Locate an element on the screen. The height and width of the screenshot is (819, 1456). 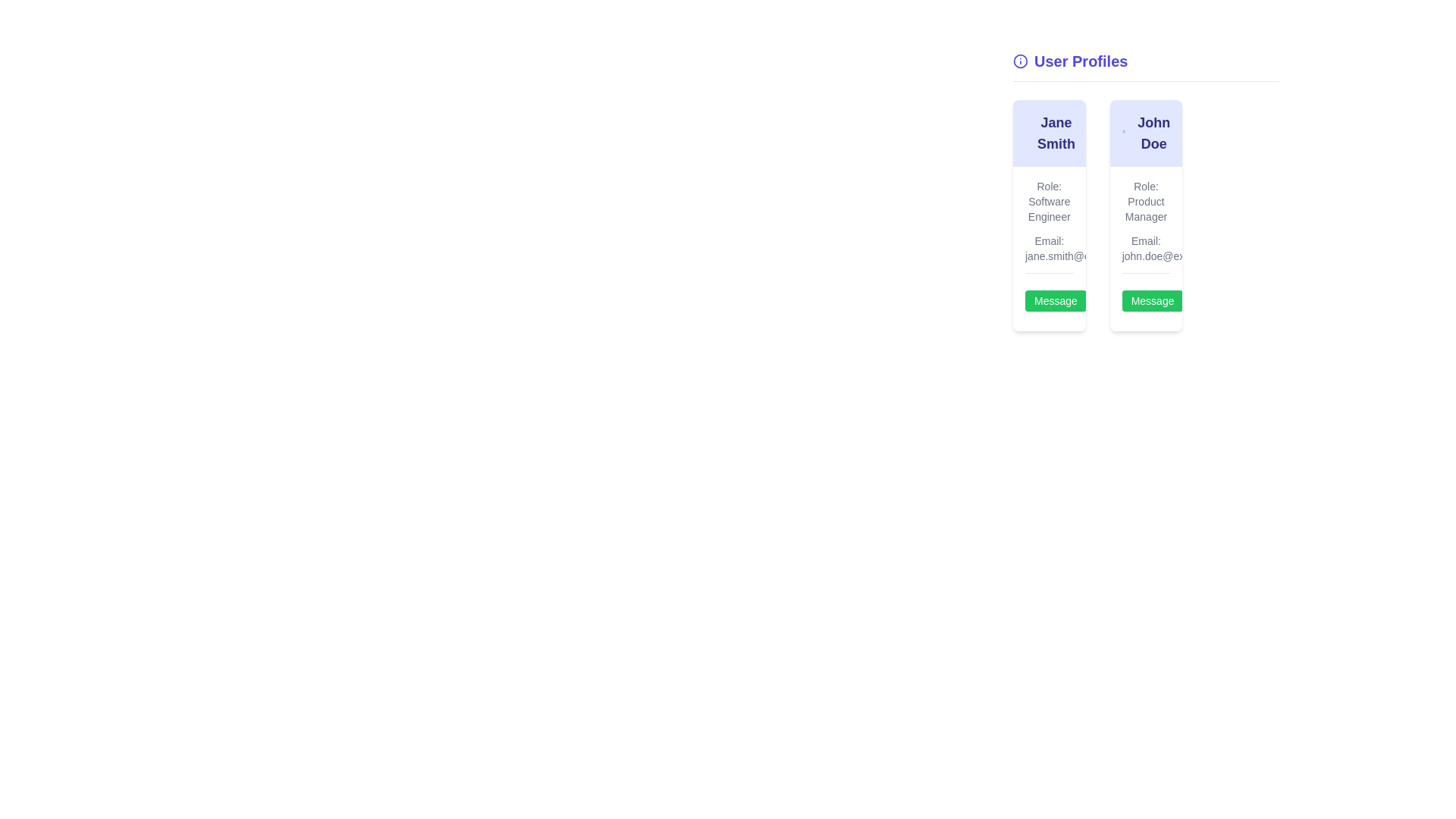
the non-interactive text label displaying the user's name located at the top of the profile card in the 'User Profiles' section is located at coordinates (1153, 133).